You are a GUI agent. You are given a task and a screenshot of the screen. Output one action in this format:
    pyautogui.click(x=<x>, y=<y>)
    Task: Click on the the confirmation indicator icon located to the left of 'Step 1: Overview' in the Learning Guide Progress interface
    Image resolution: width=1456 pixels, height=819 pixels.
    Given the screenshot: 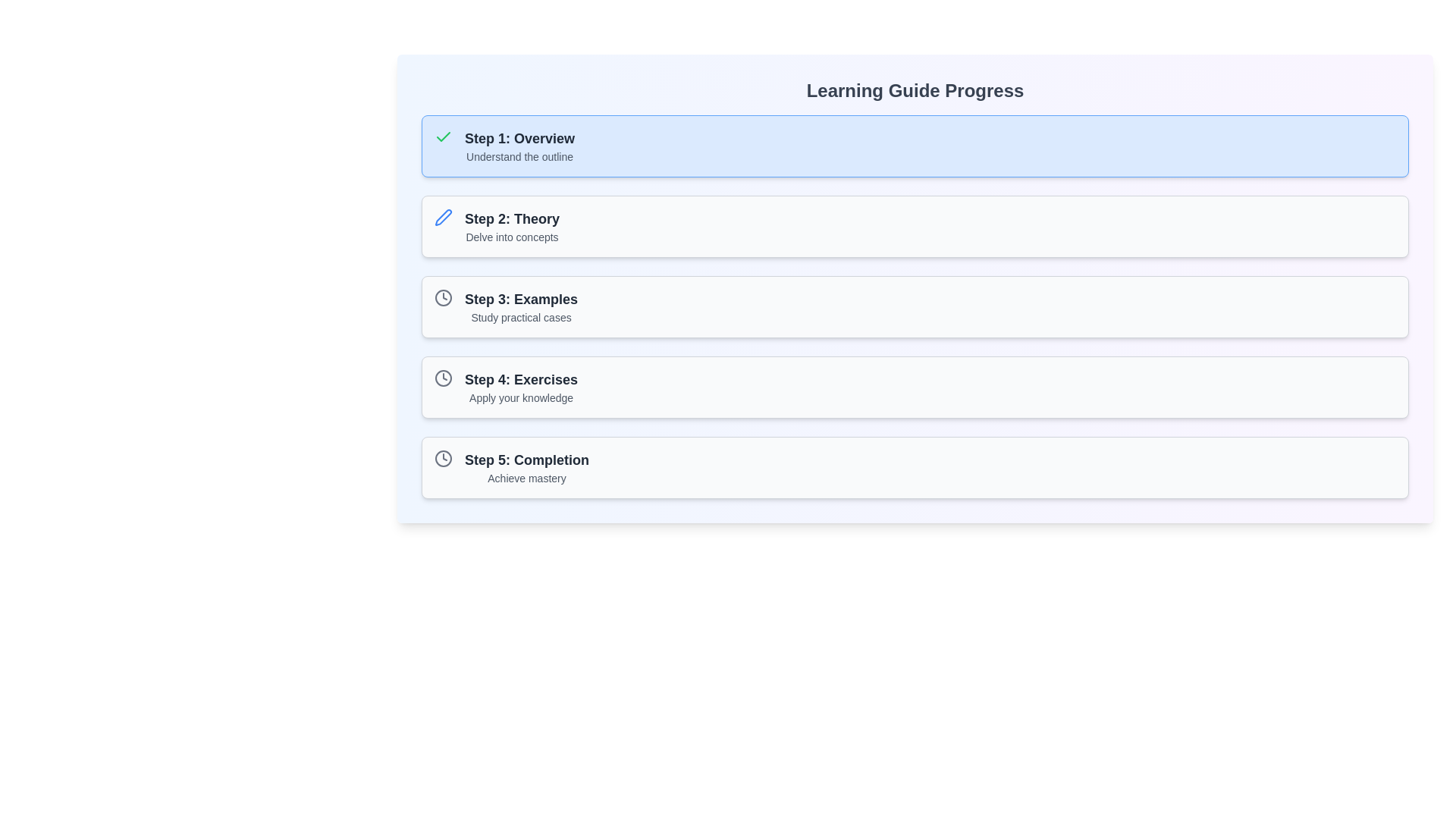 What is the action you would take?
    pyautogui.click(x=443, y=136)
    